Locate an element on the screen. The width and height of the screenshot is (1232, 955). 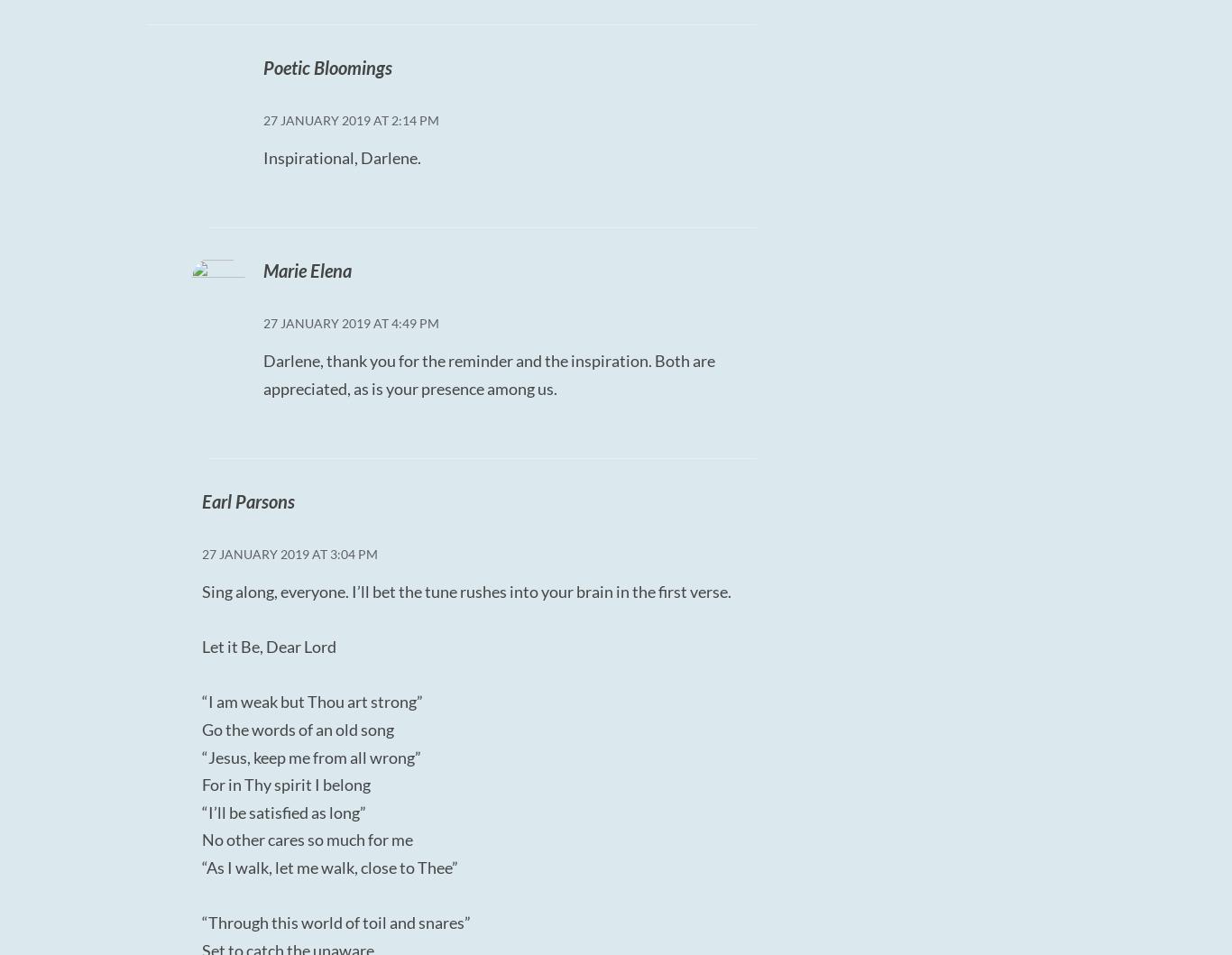
'No other cares so much for me' is located at coordinates (307, 839).